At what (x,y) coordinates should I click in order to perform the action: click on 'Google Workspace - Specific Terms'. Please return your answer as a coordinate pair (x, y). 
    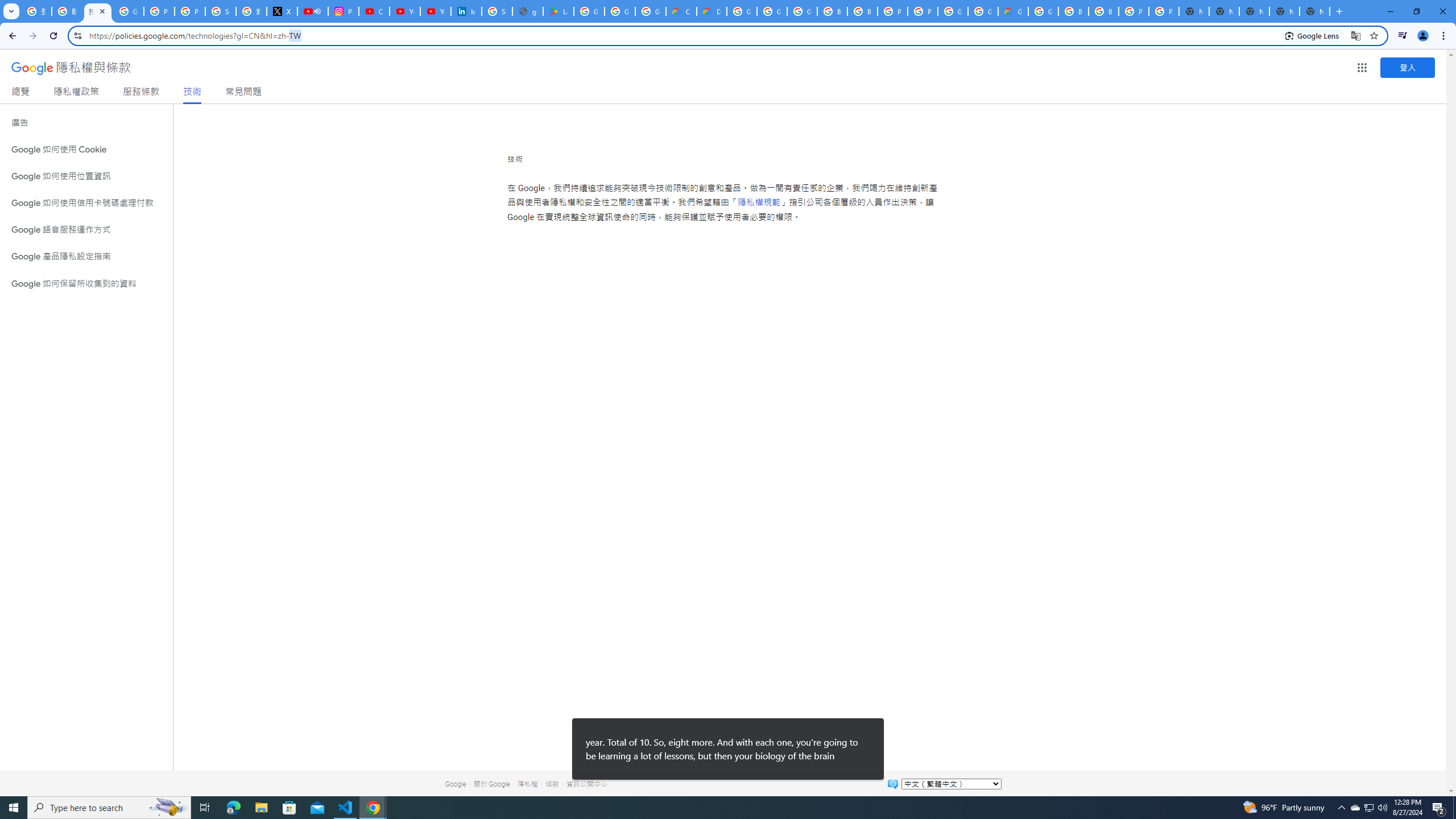
    Looking at the image, I should click on (651, 11).